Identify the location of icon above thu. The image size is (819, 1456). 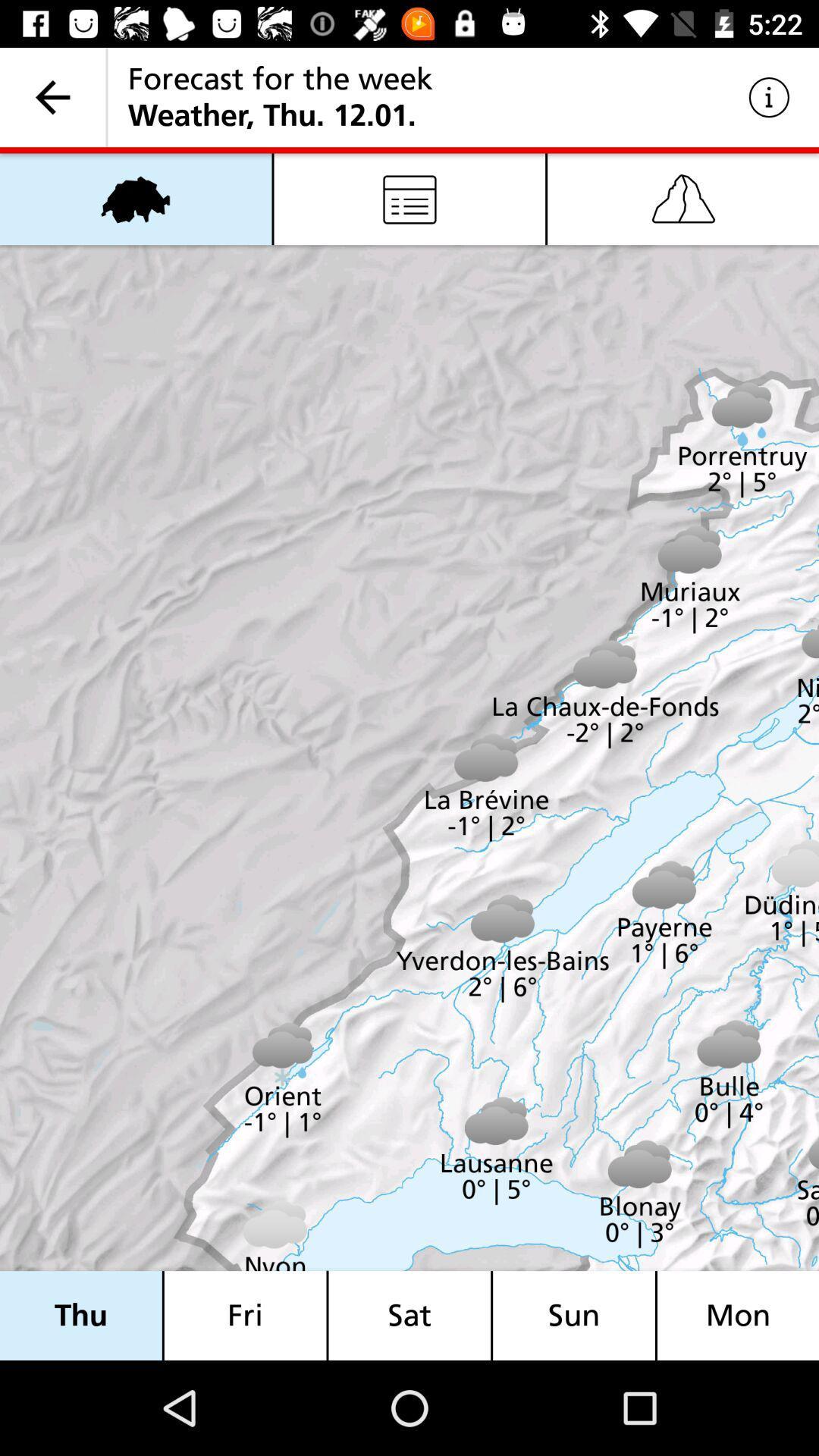
(135, 198).